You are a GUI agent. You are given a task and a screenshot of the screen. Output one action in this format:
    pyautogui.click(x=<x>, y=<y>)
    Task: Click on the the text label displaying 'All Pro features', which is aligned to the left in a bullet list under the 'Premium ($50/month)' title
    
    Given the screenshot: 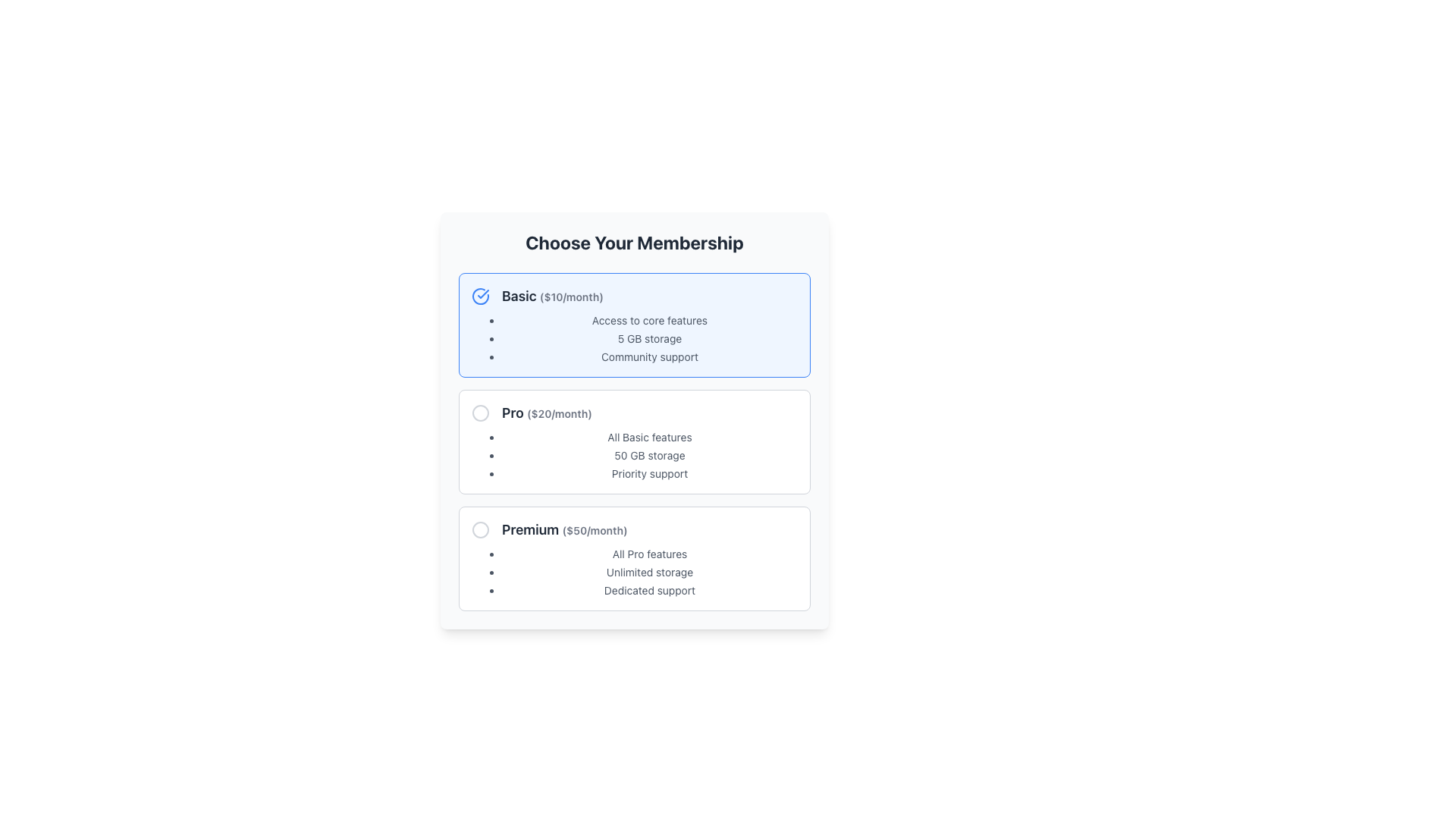 What is the action you would take?
    pyautogui.click(x=650, y=554)
    